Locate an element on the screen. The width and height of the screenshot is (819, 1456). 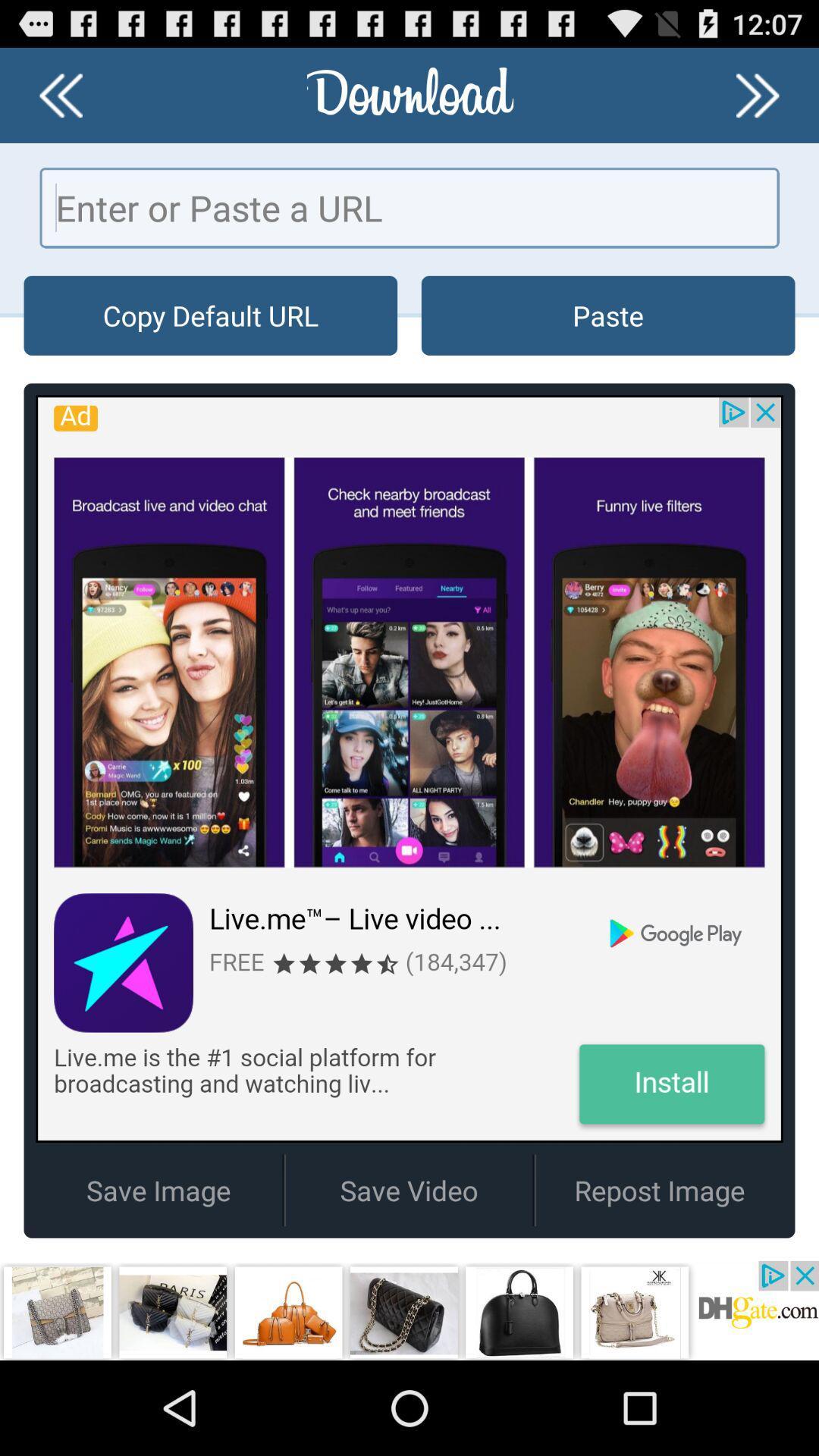
this button in paste a url is located at coordinates (409, 207).